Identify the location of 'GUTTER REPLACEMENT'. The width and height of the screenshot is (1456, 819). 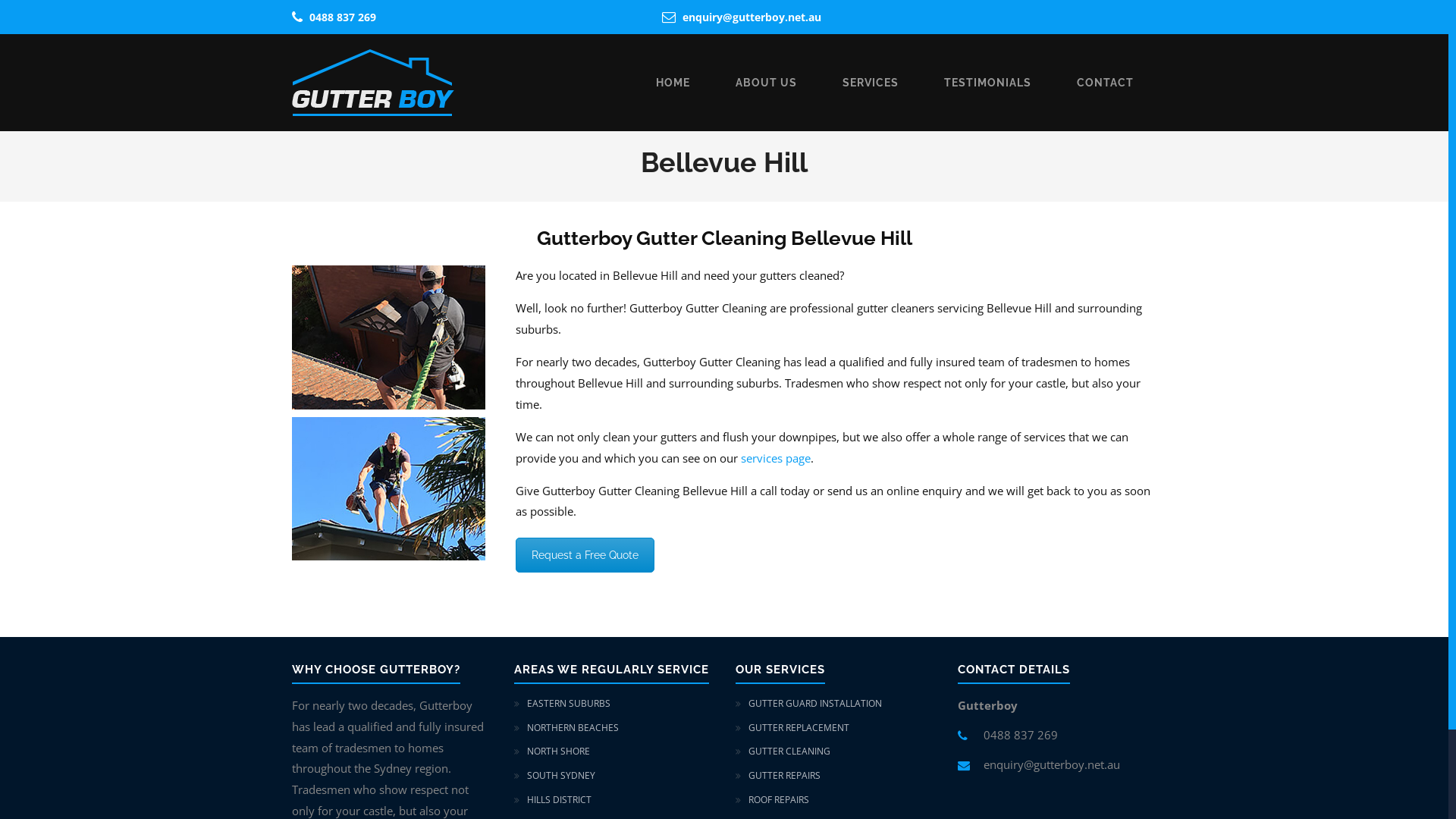
(748, 726).